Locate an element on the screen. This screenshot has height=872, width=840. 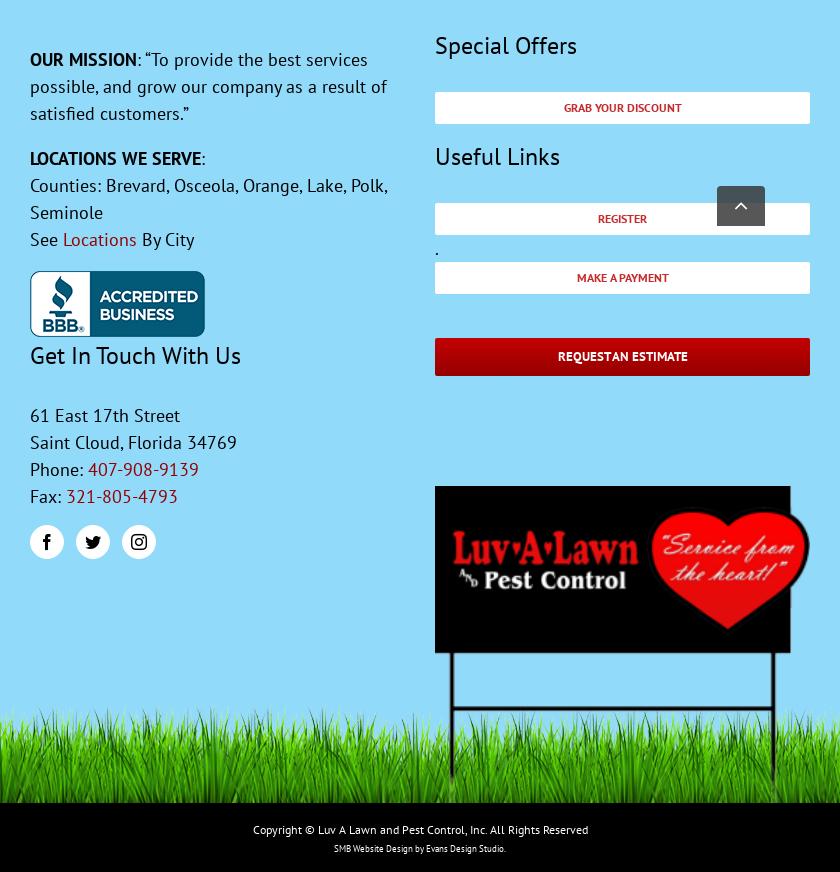
'61 East 17th Street' is located at coordinates (105, 415).